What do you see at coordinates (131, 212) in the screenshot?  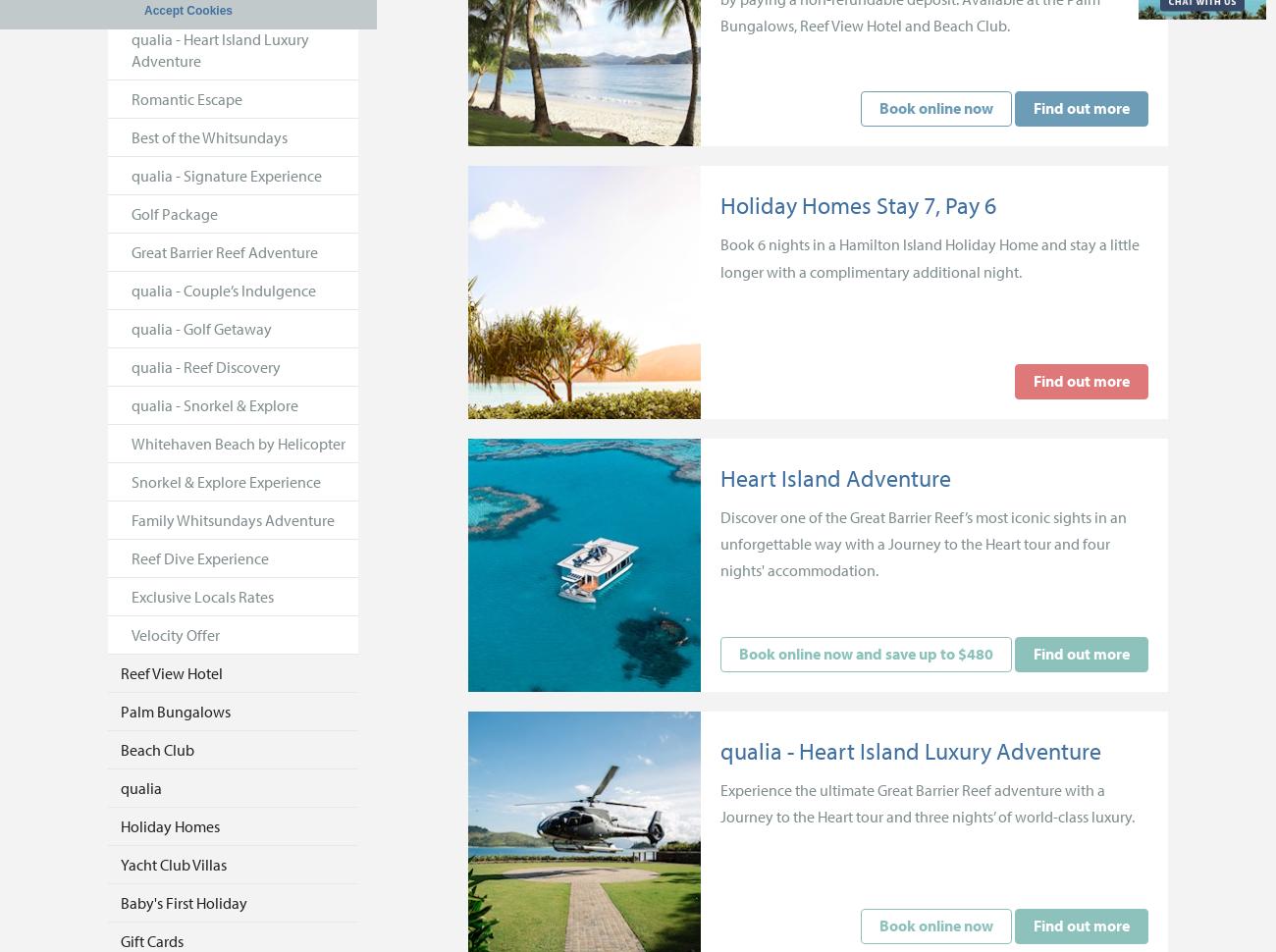 I see `'Golf Package'` at bounding box center [131, 212].